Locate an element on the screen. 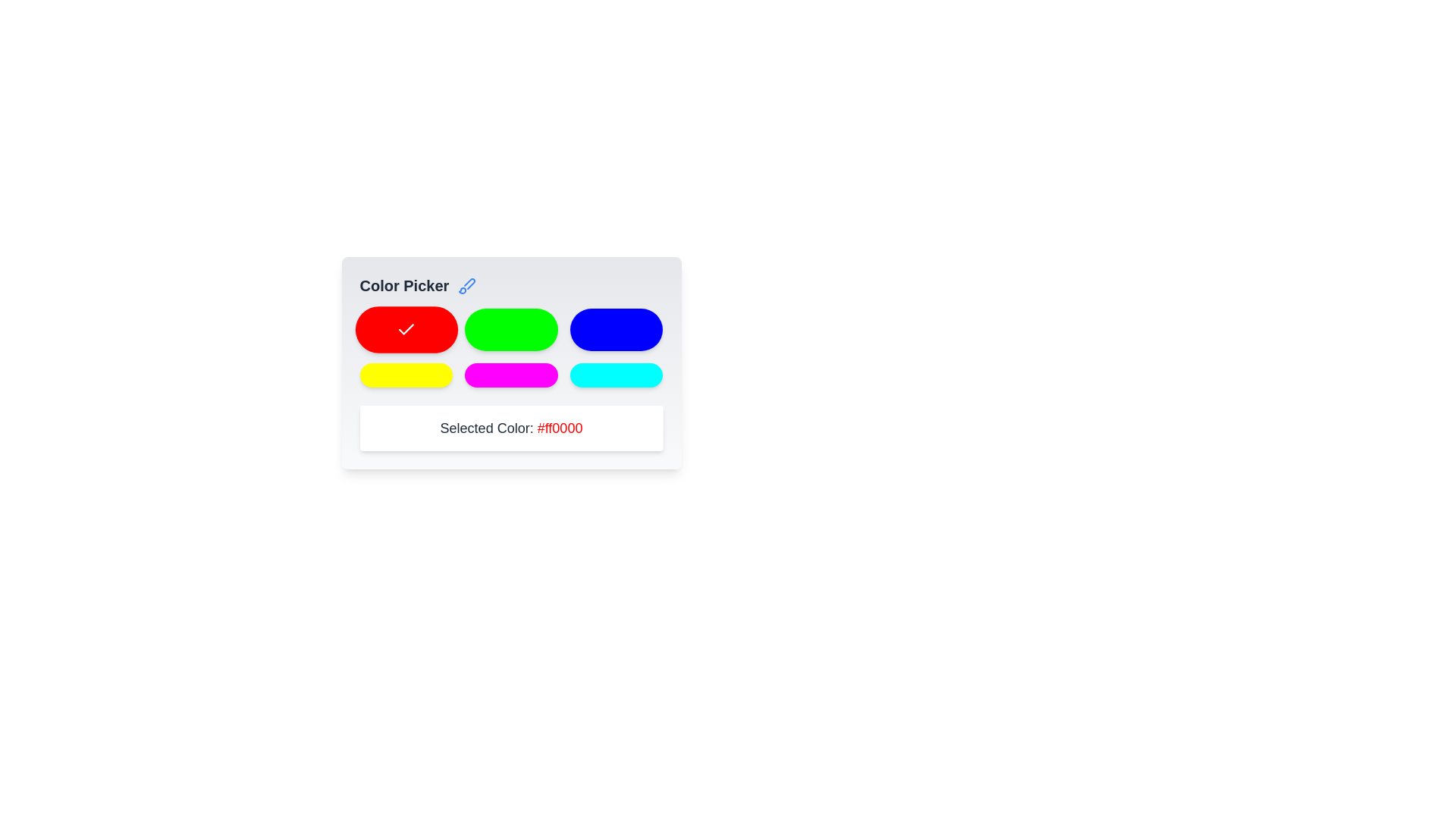 The height and width of the screenshot is (819, 1456). the button corresponding to the color yellow is located at coordinates (406, 375).